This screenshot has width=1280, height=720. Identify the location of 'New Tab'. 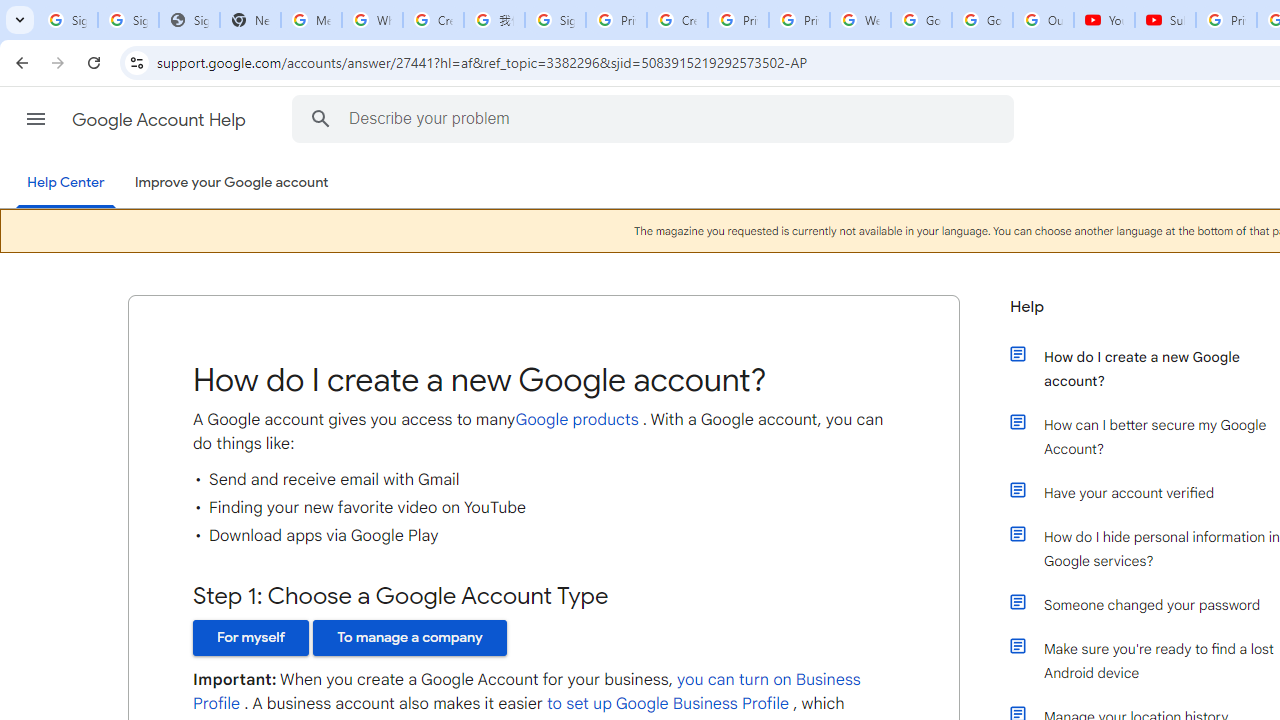
(249, 20).